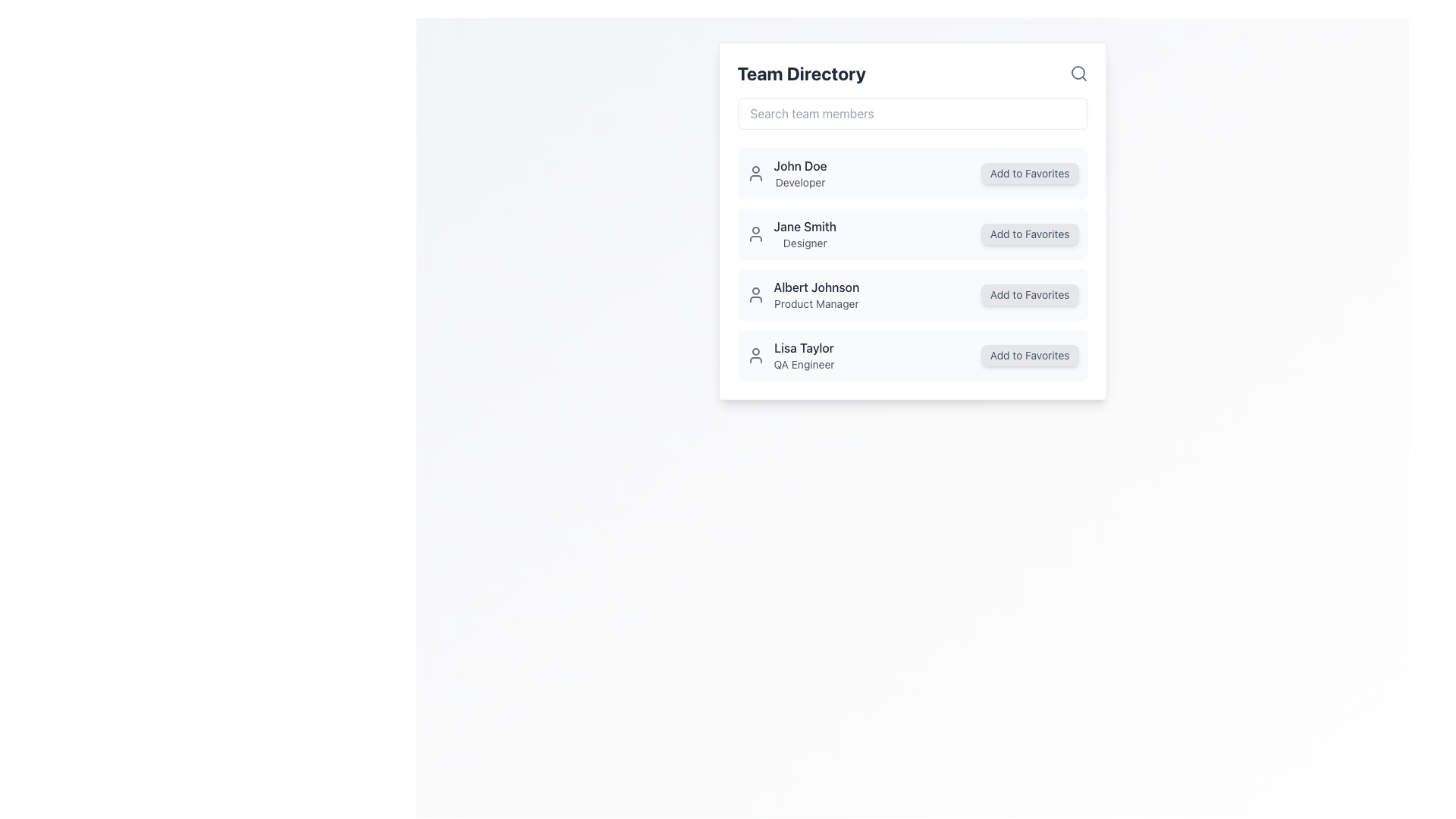 Image resolution: width=1456 pixels, height=819 pixels. What do you see at coordinates (1030, 295) in the screenshot?
I see `the 'Add to Favorites' button located in the third row of the 'Albert Johnson' entry` at bounding box center [1030, 295].